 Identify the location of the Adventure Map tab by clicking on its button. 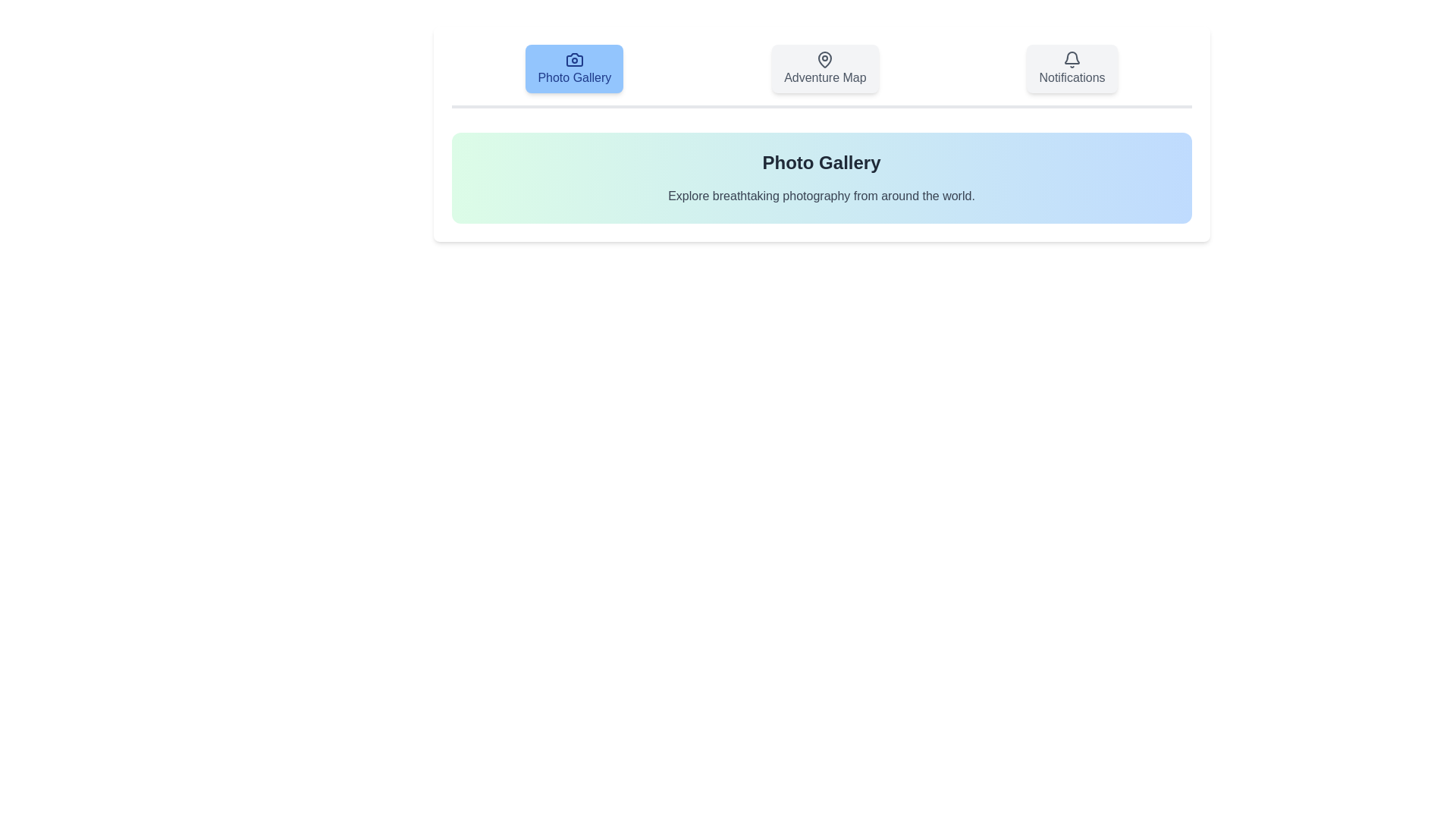
(824, 69).